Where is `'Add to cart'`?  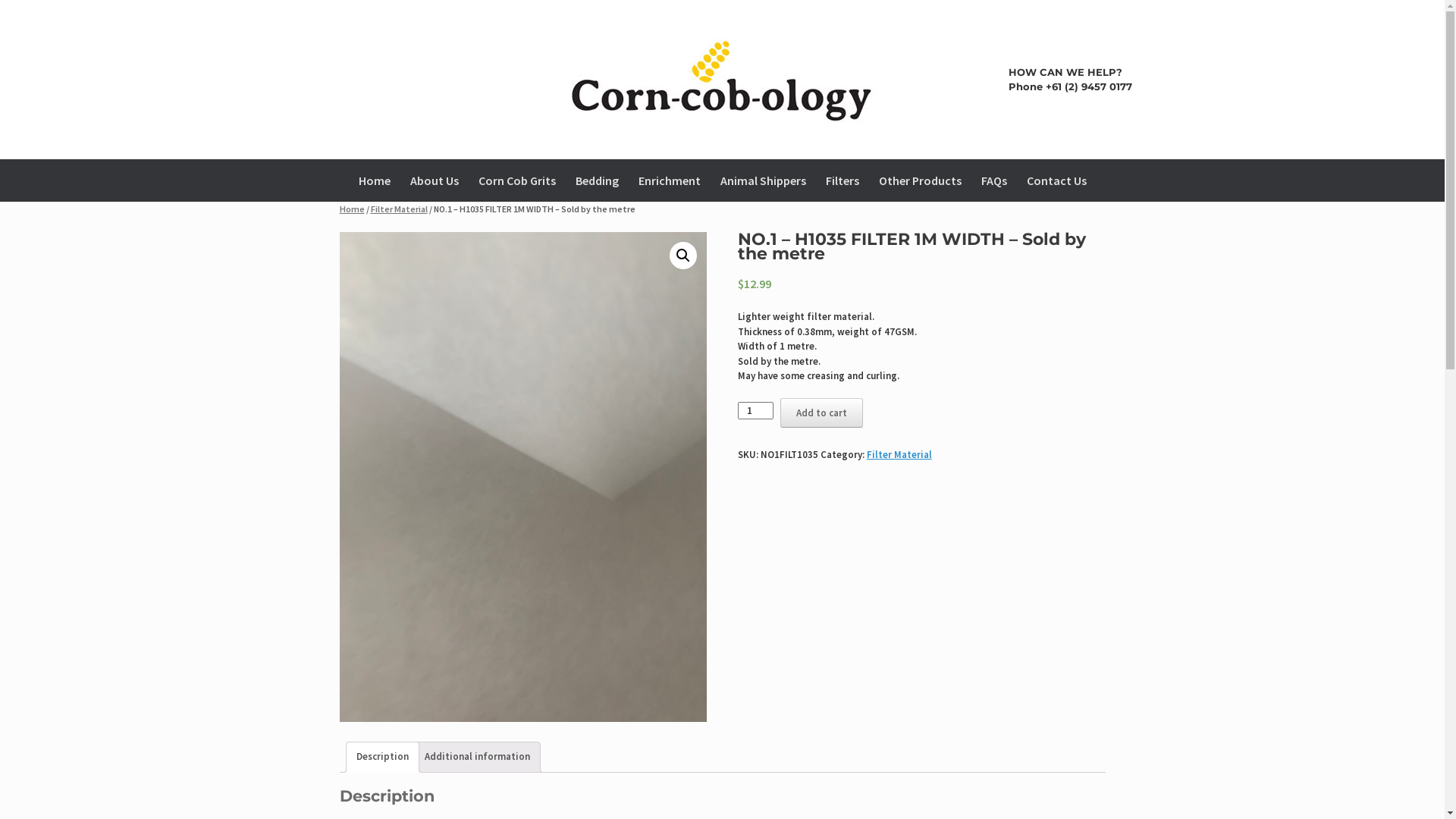 'Add to cart' is located at coordinates (821, 413).